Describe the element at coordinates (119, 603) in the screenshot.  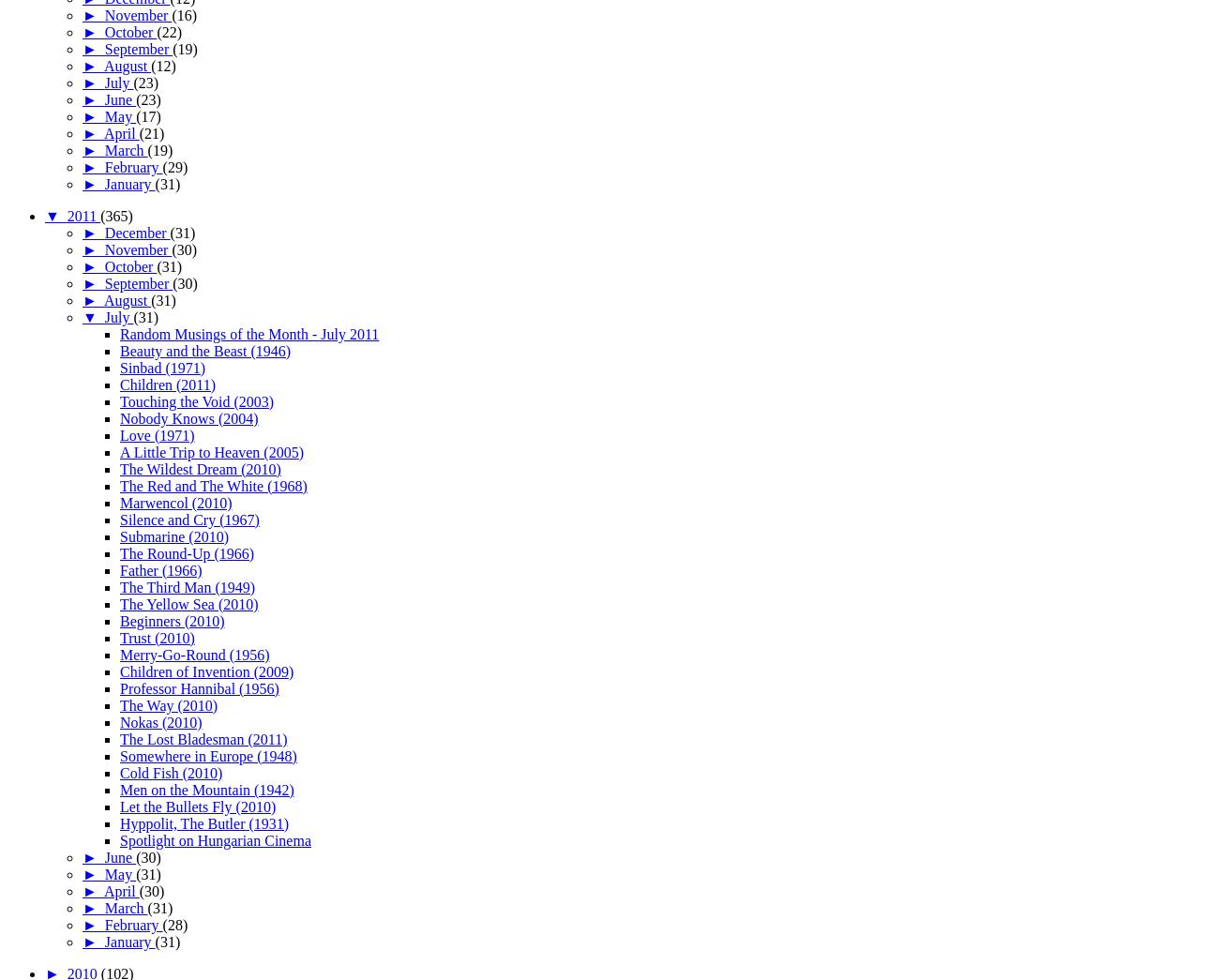
I see `'The Yellow Sea (2010)'` at that location.